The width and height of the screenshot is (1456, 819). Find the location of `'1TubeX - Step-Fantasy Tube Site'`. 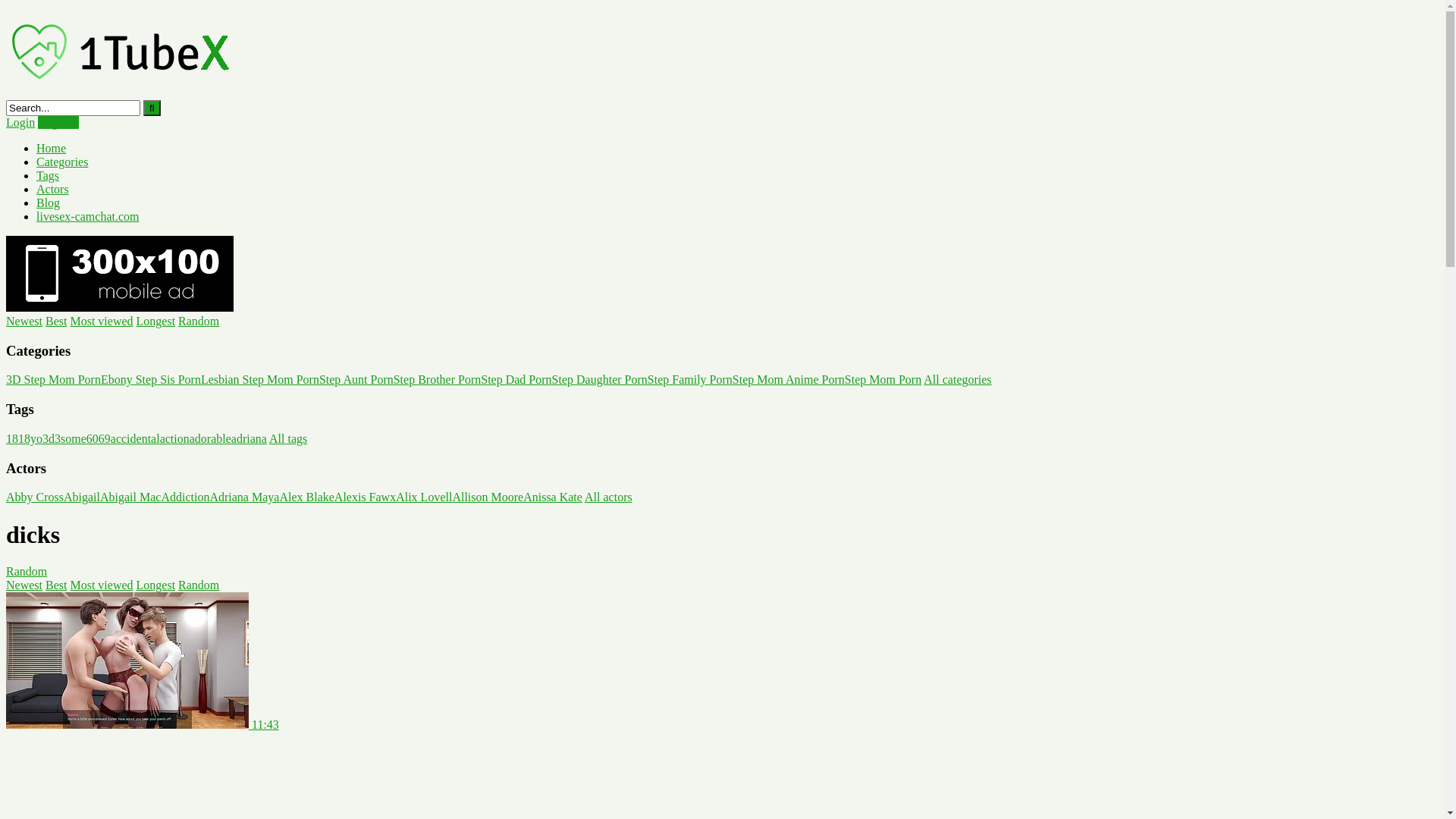

'1TubeX - Step-Fantasy Tube Site' is located at coordinates (119, 93).